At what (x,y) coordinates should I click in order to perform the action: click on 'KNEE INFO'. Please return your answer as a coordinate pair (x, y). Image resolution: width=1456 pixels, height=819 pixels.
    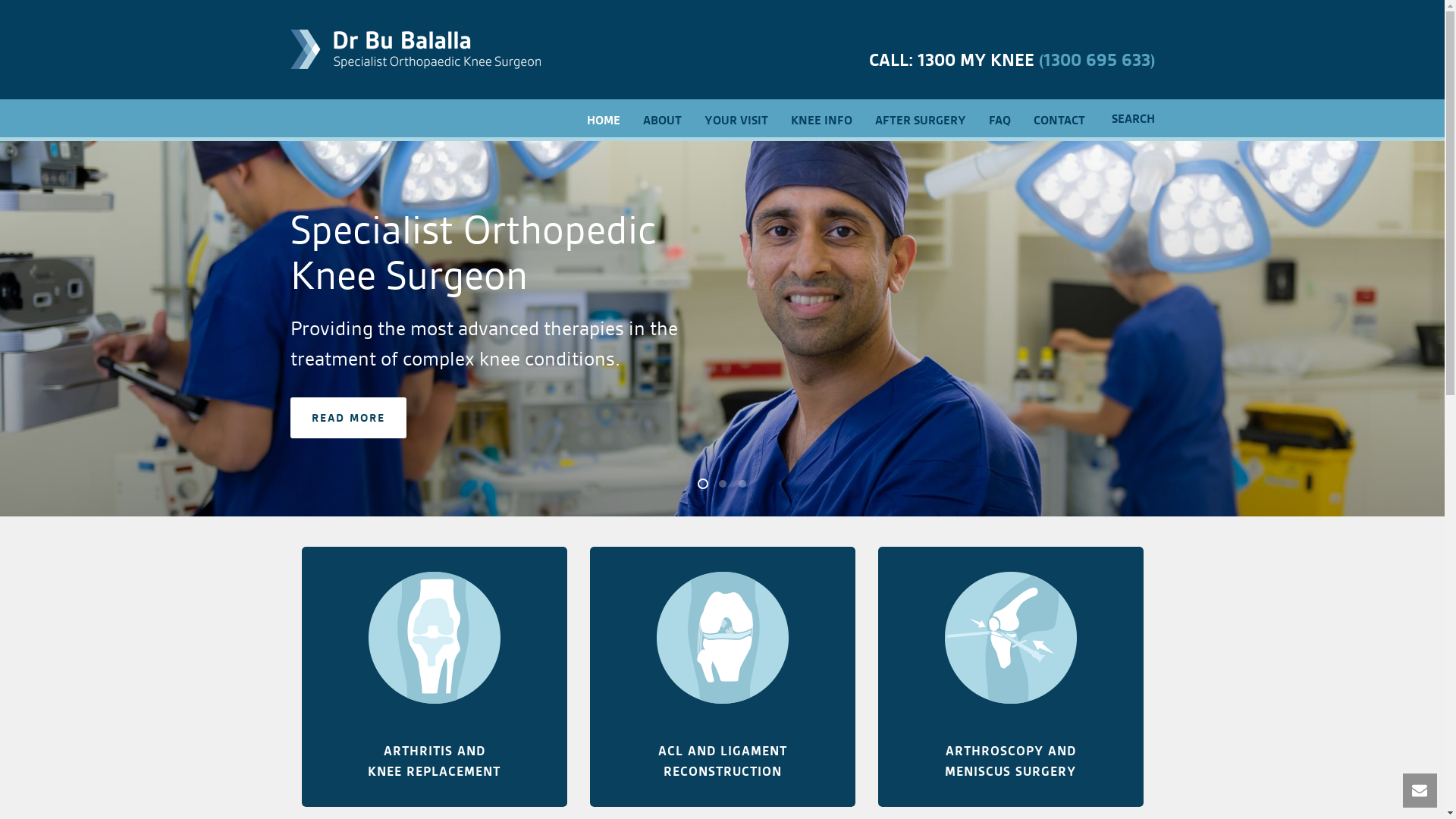
    Looking at the image, I should click on (821, 118).